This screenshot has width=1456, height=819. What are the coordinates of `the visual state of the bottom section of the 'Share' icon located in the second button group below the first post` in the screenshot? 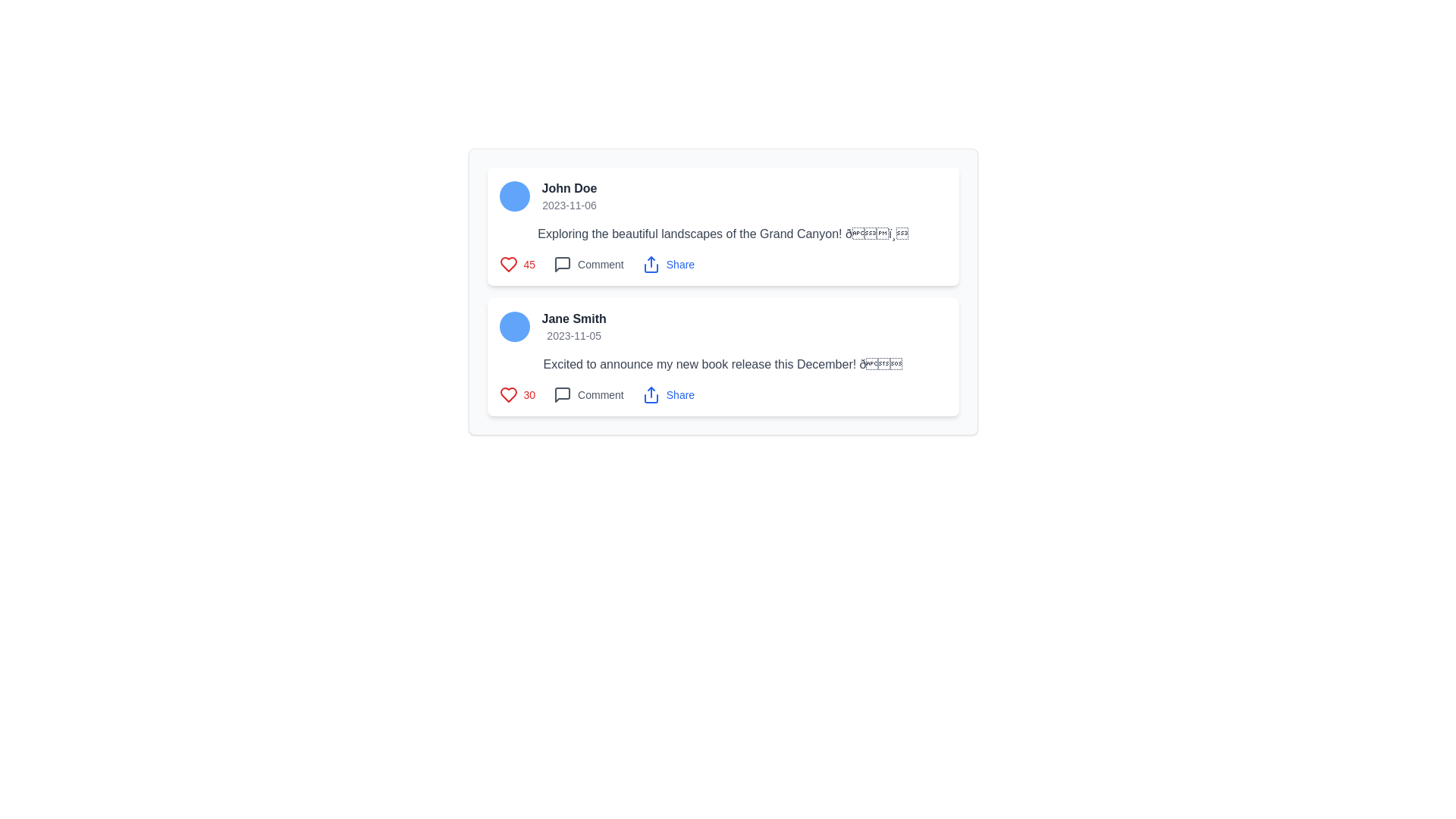 It's located at (651, 268).